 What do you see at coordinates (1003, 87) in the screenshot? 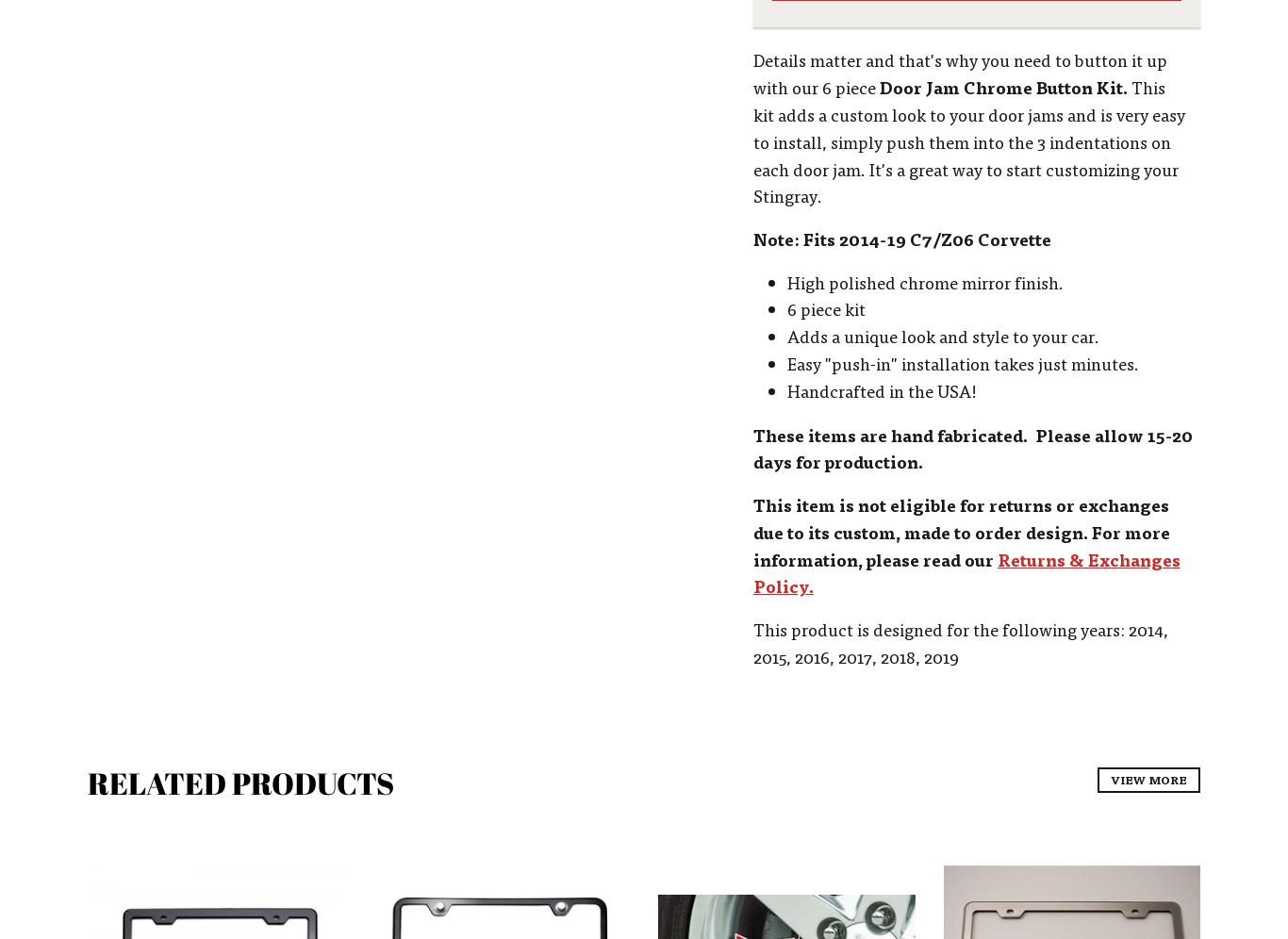
I see `'Door Jam Chrome Button Kit.'` at bounding box center [1003, 87].